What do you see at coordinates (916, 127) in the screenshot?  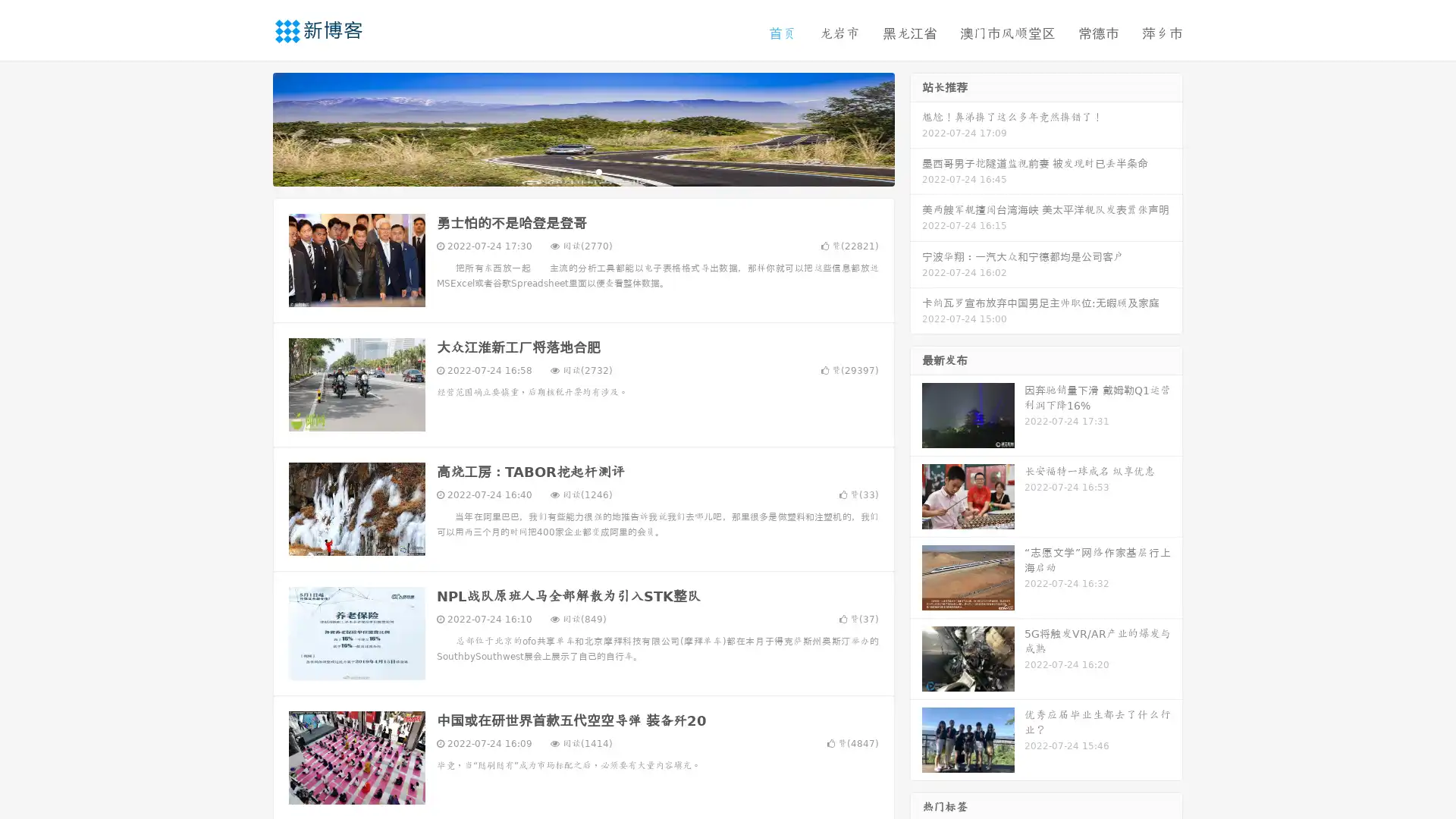 I see `Next slide` at bounding box center [916, 127].